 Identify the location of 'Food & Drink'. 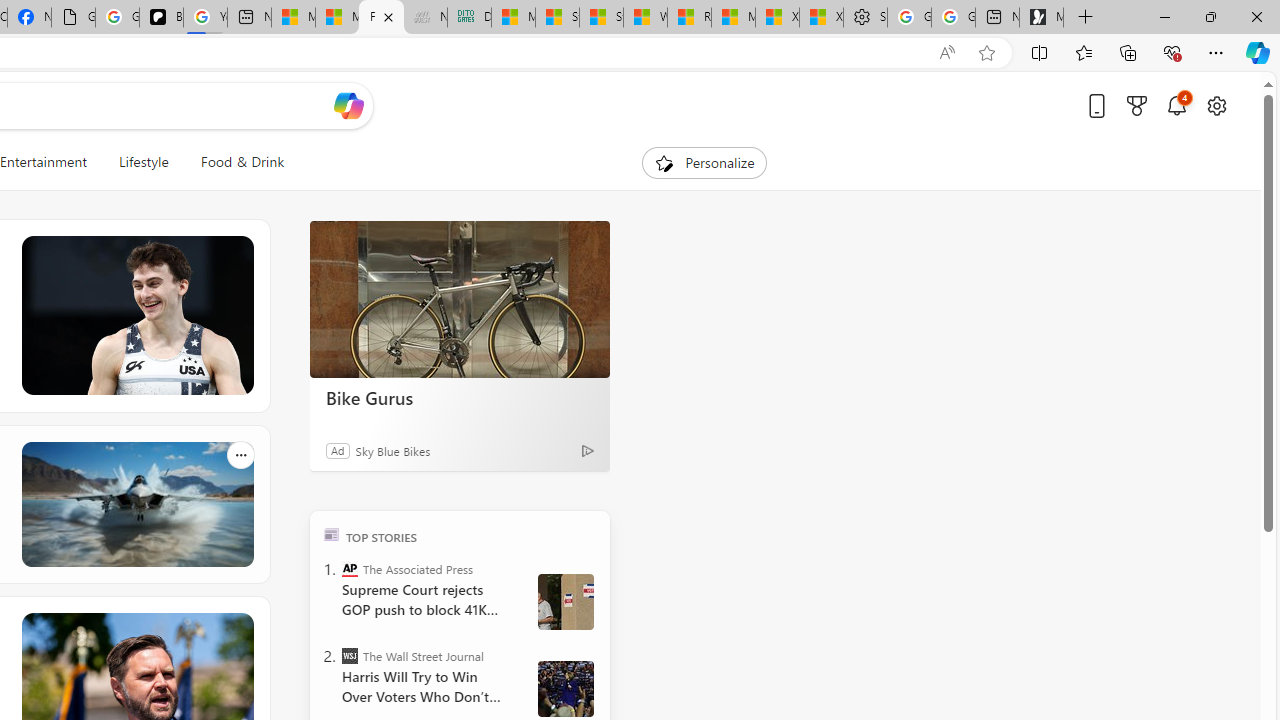
(241, 162).